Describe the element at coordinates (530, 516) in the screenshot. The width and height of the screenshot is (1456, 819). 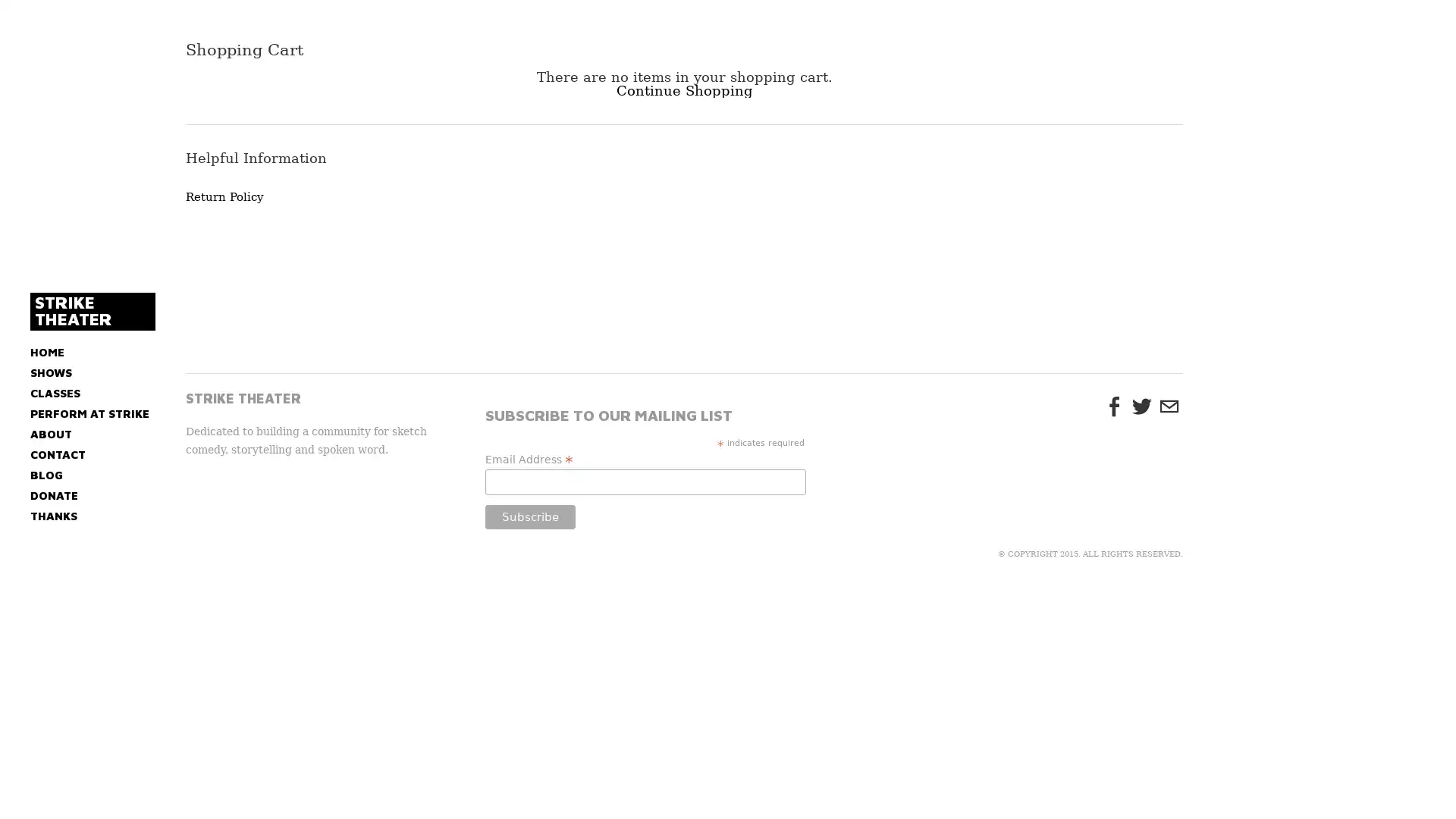
I see `Subscribe` at that location.